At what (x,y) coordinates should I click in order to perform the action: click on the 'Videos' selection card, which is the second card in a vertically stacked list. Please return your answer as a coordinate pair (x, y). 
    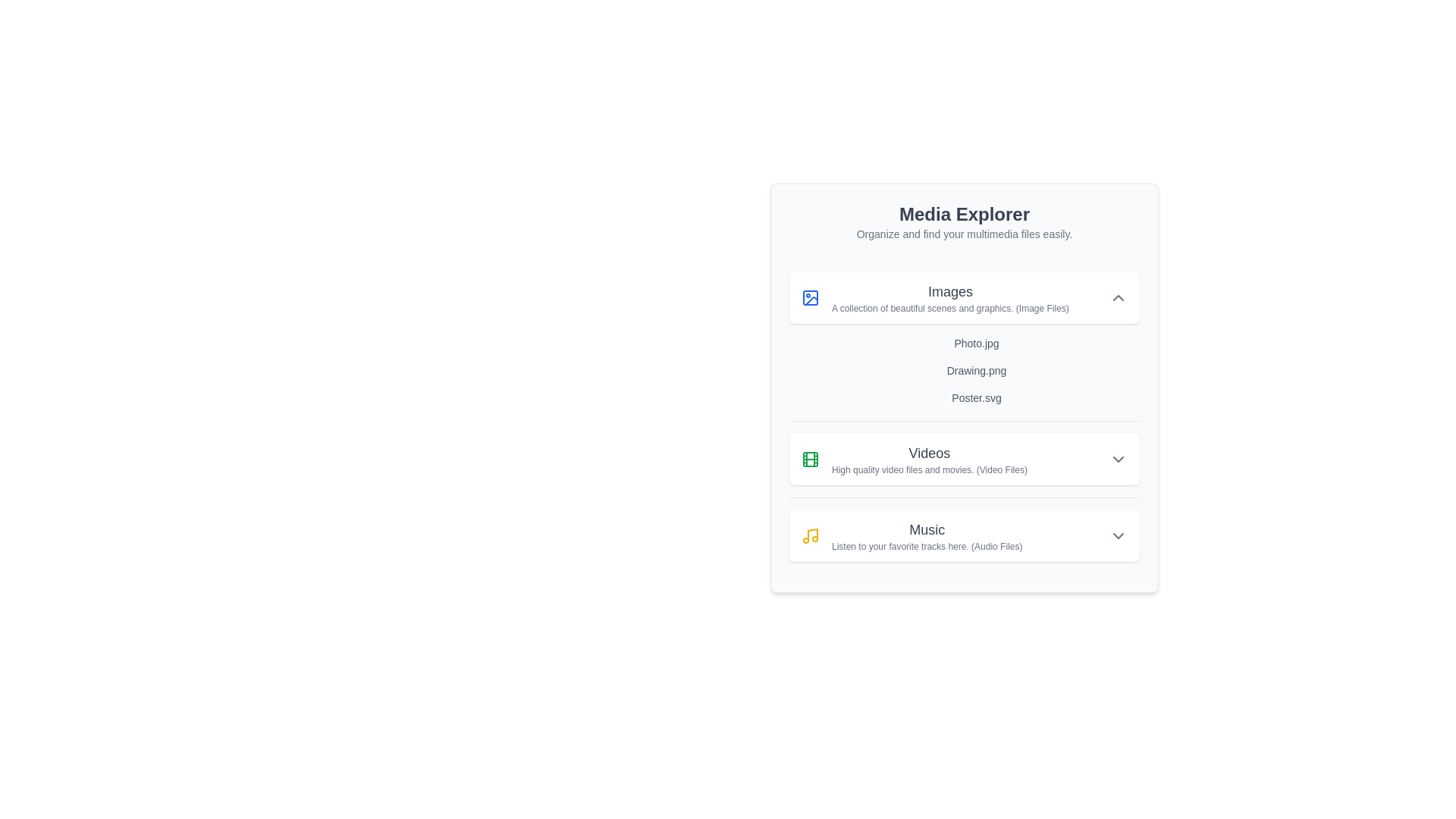
    Looking at the image, I should click on (964, 458).